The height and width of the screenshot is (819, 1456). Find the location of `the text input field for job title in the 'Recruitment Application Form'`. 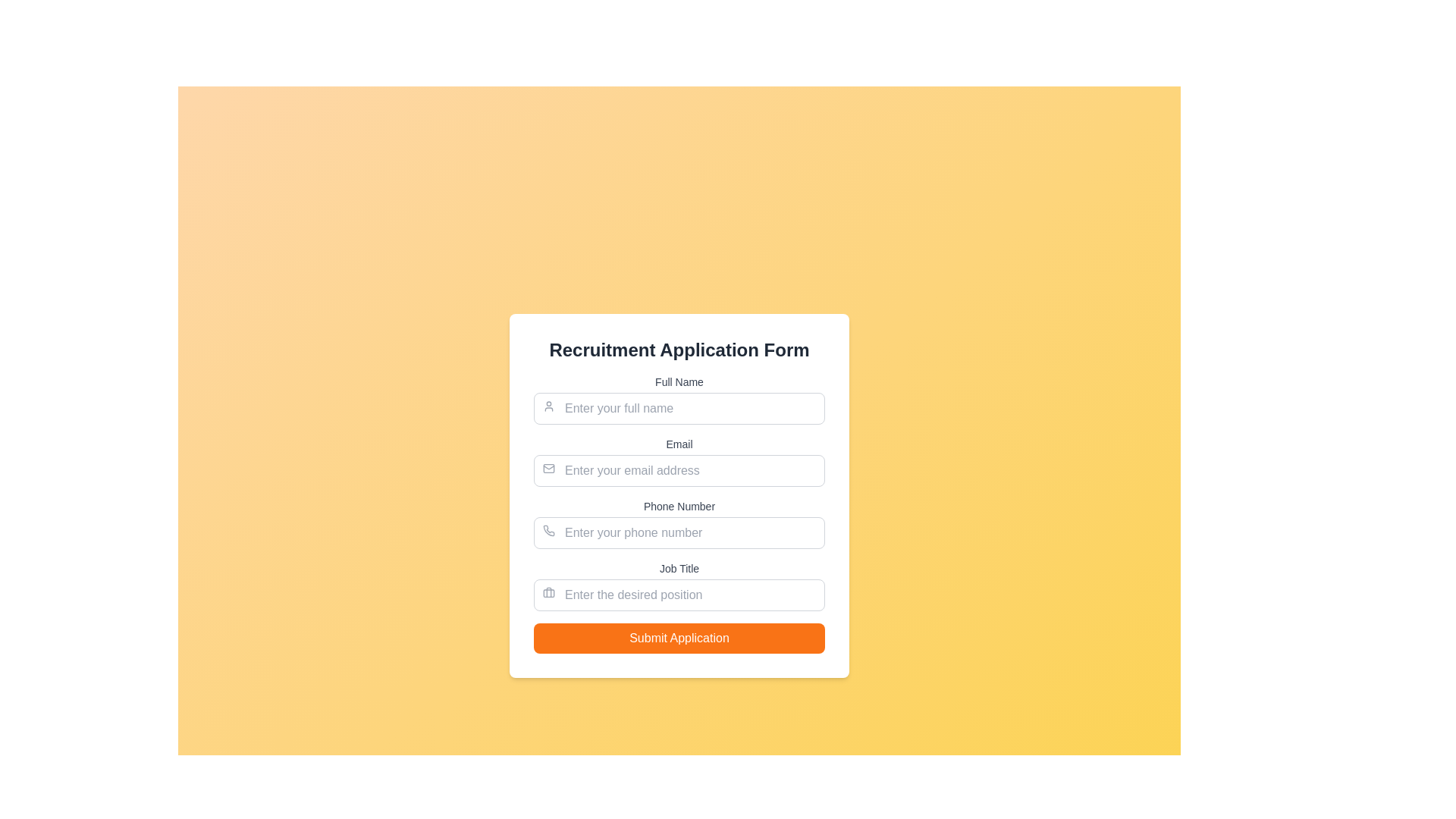

the text input field for job title in the 'Recruitment Application Form' is located at coordinates (679, 595).